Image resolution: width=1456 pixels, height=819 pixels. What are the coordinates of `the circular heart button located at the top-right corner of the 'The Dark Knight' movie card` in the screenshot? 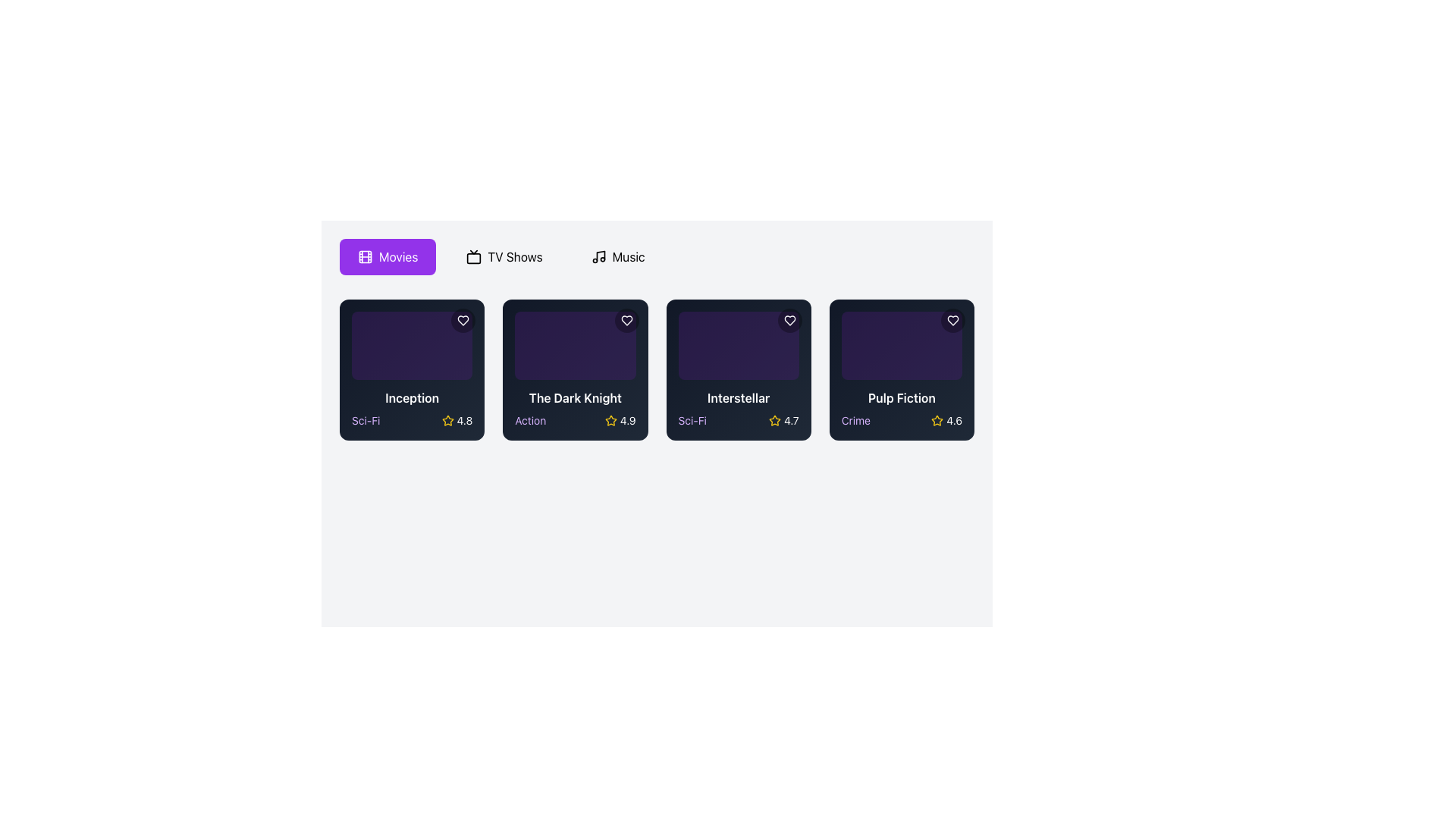 It's located at (626, 320).